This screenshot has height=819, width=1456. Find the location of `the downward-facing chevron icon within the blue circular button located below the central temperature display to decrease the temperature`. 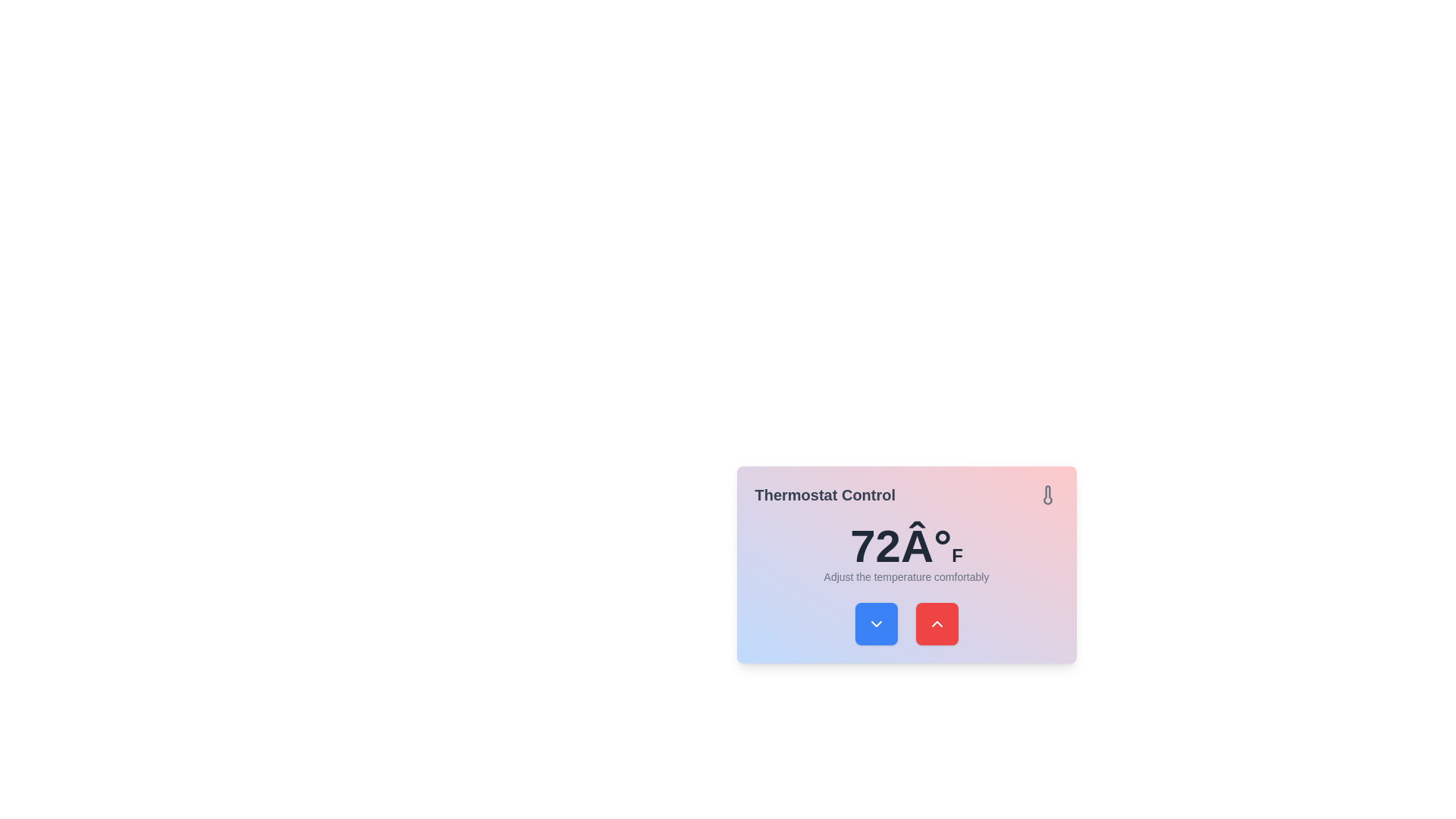

the downward-facing chevron icon within the blue circular button located below the central temperature display to decrease the temperature is located at coordinates (876, 623).